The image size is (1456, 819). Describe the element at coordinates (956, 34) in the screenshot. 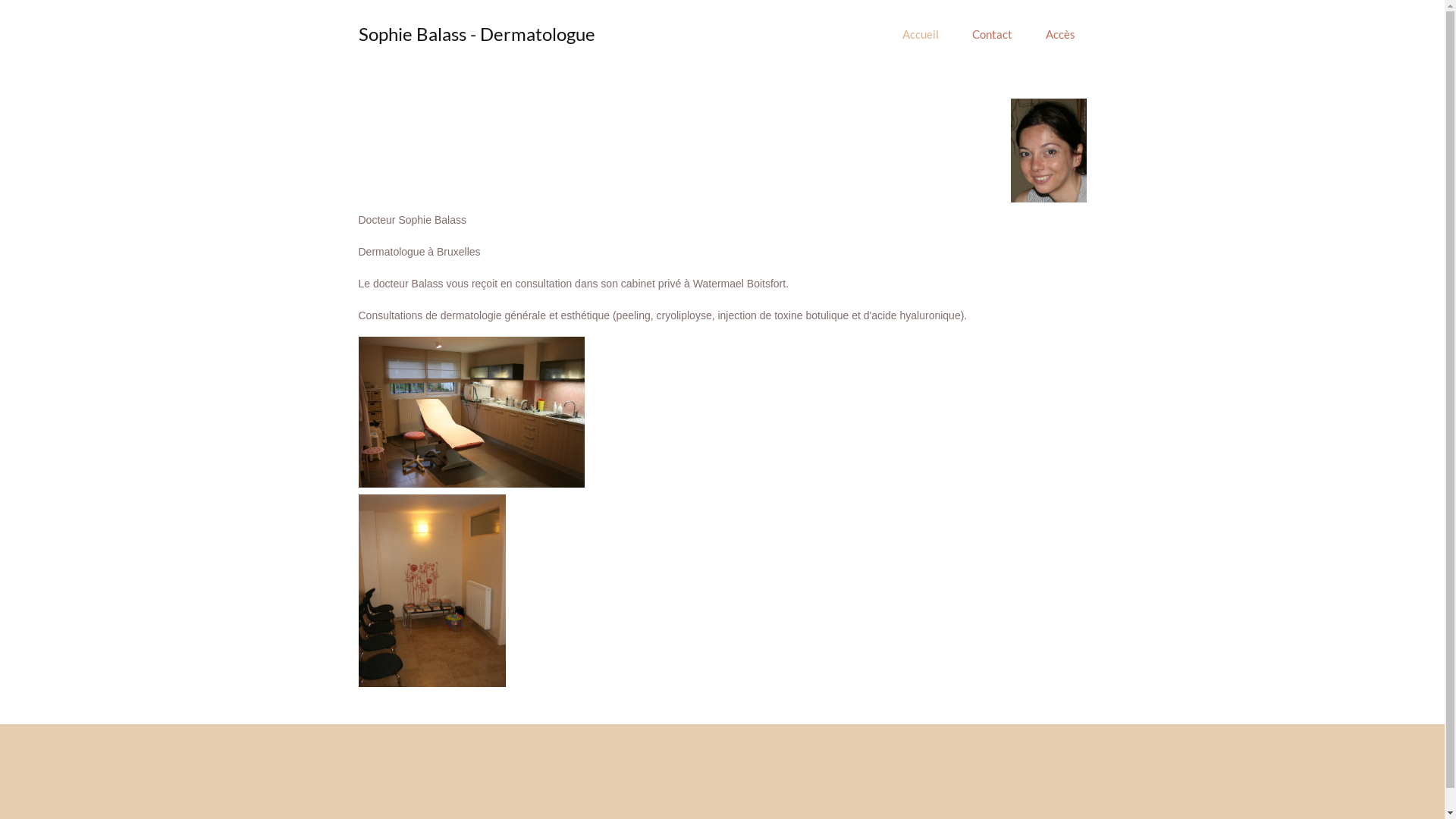

I see `'Contact'` at that location.